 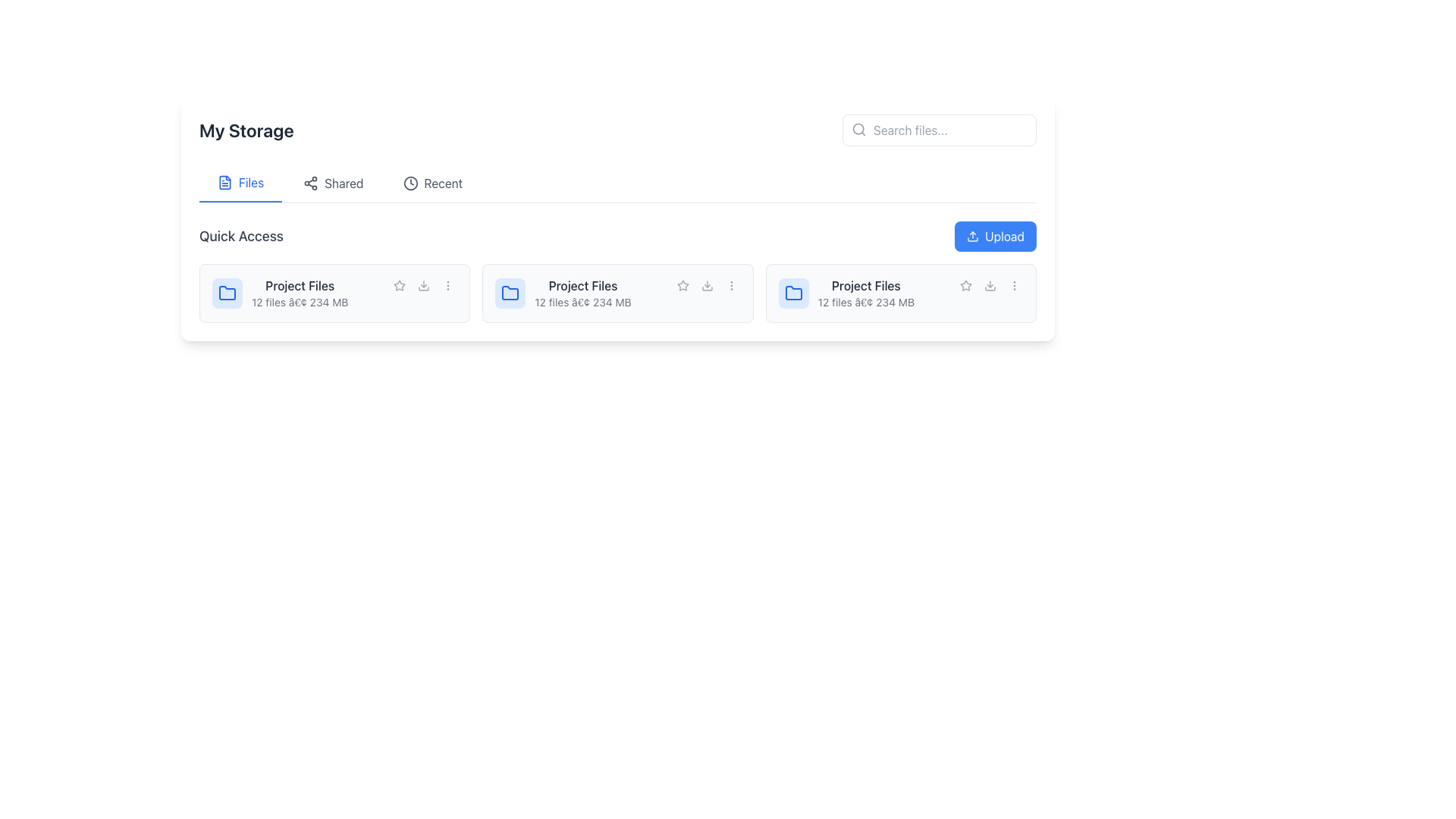 What do you see at coordinates (510, 293) in the screenshot?
I see `the folder icon (SVG) located in the second card of the 'Quick Access' section, which serves as a visual identifier for a folder or directory representation` at bounding box center [510, 293].